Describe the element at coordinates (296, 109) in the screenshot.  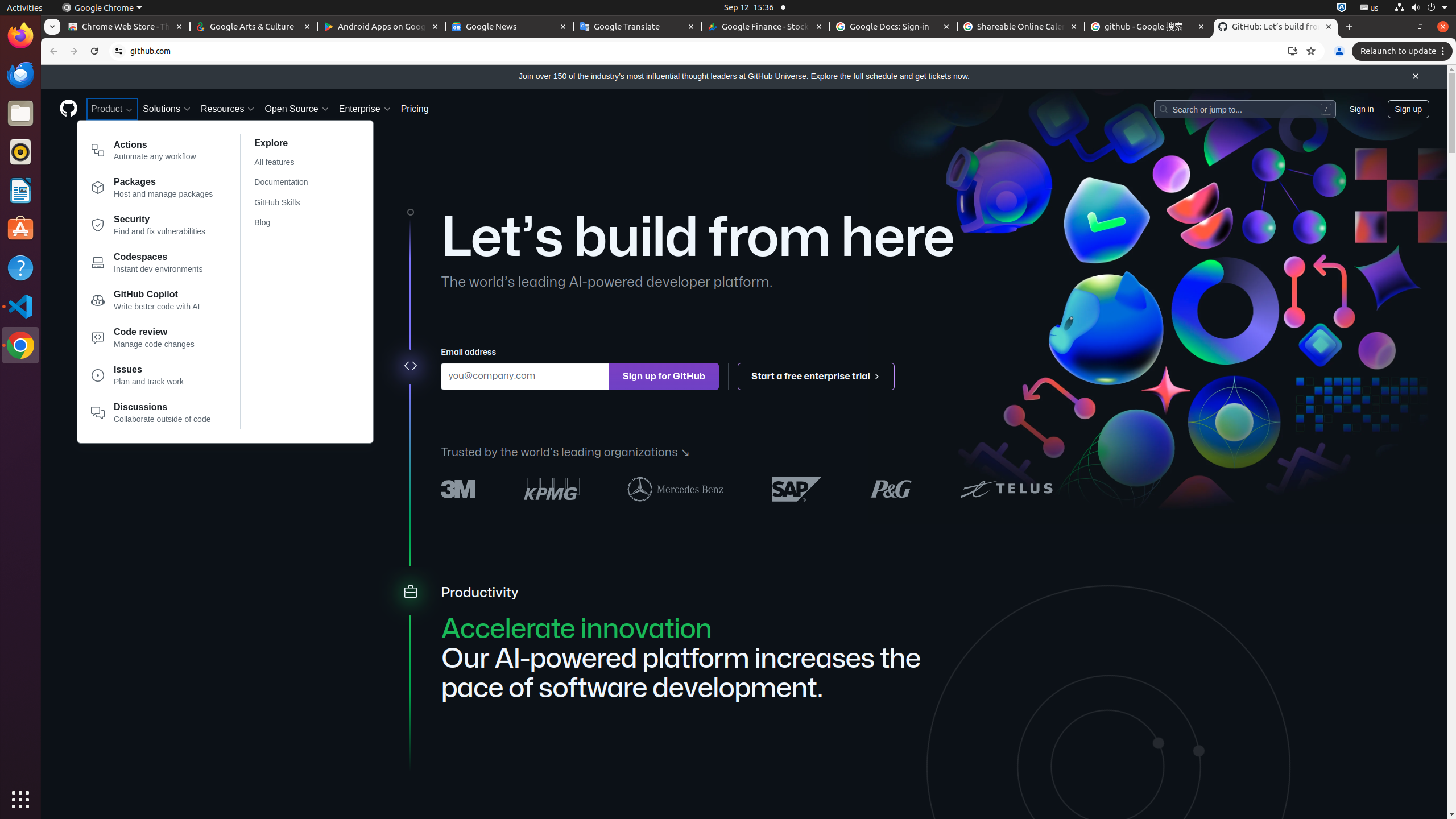
I see `'Open Source'` at that location.